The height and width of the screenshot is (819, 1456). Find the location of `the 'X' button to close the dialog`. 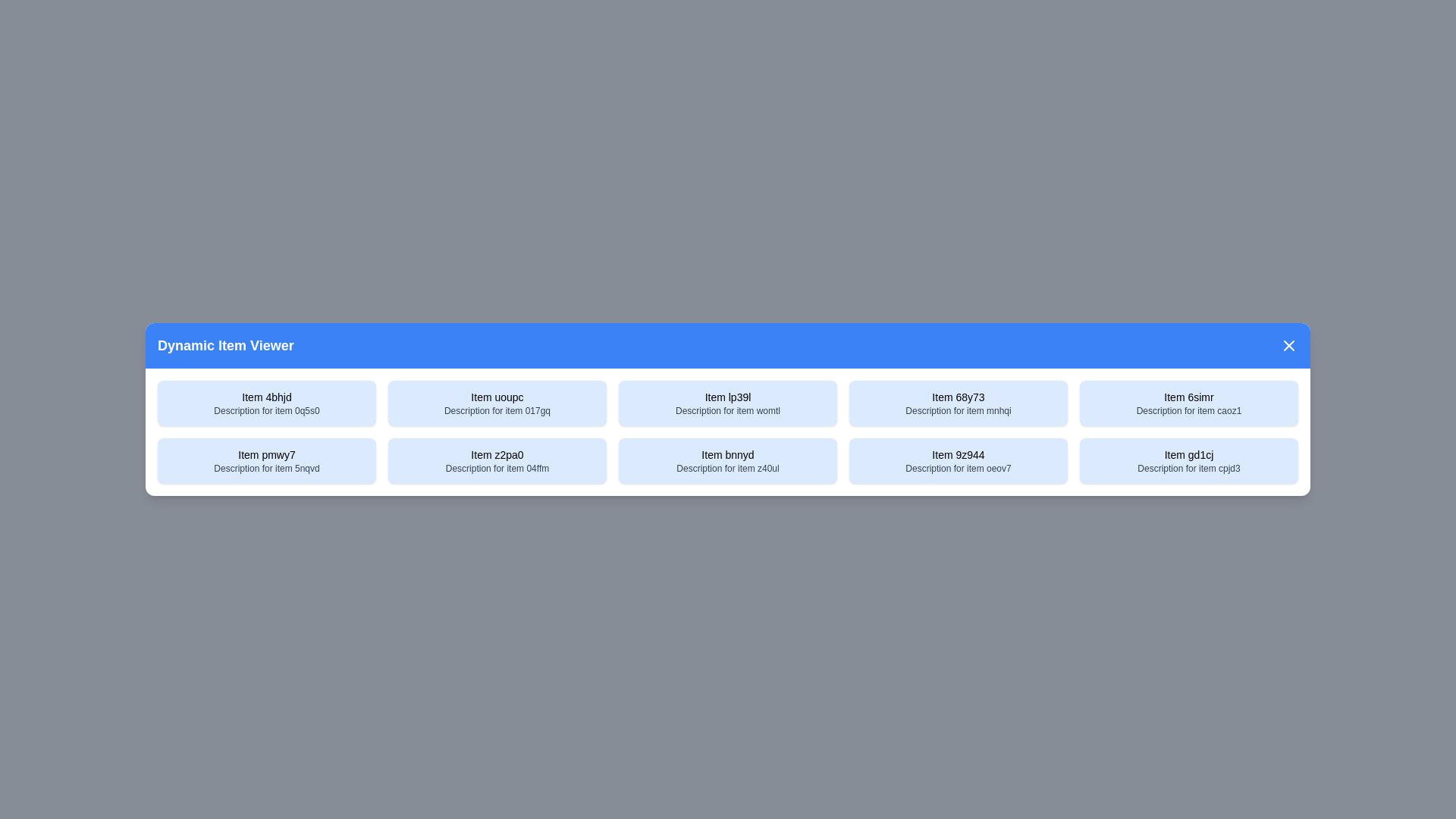

the 'X' button to close the dialog is located at coordinates (1288, 345).